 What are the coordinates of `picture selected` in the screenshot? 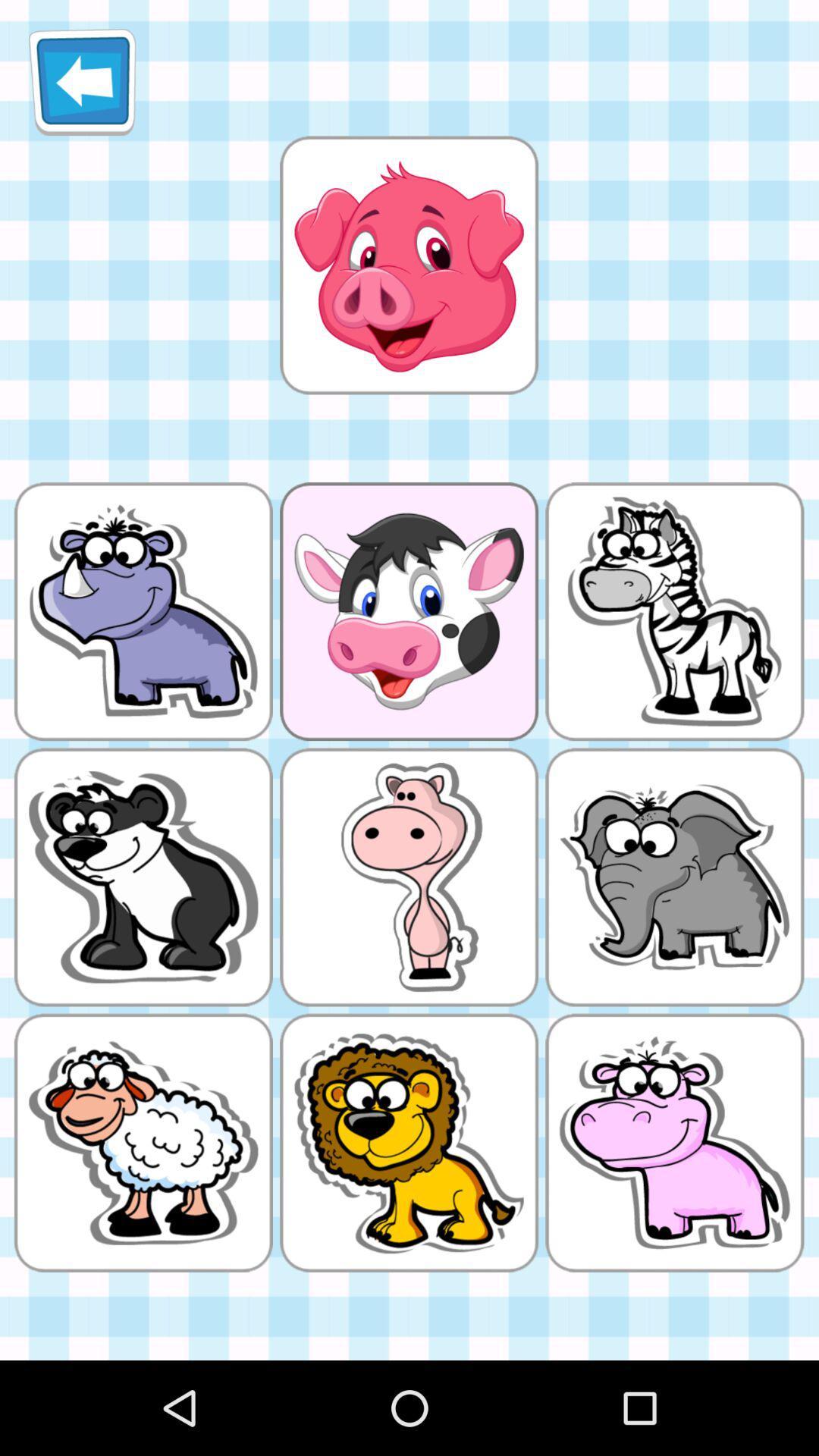 It's located at (408, 265).